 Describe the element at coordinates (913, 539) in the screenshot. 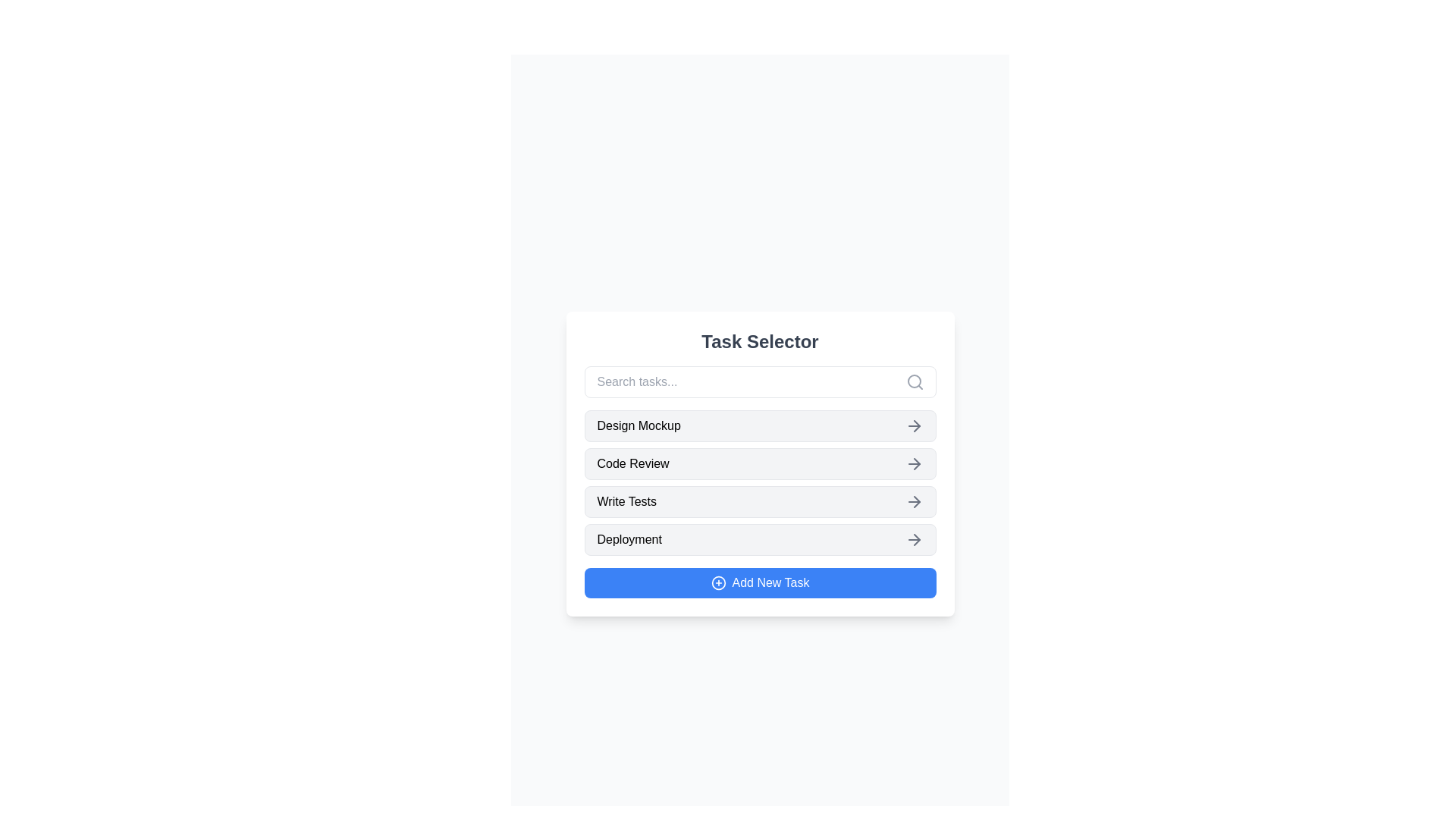

I see `the right-facing arrow icon in the 'Deployment' row` at that location.